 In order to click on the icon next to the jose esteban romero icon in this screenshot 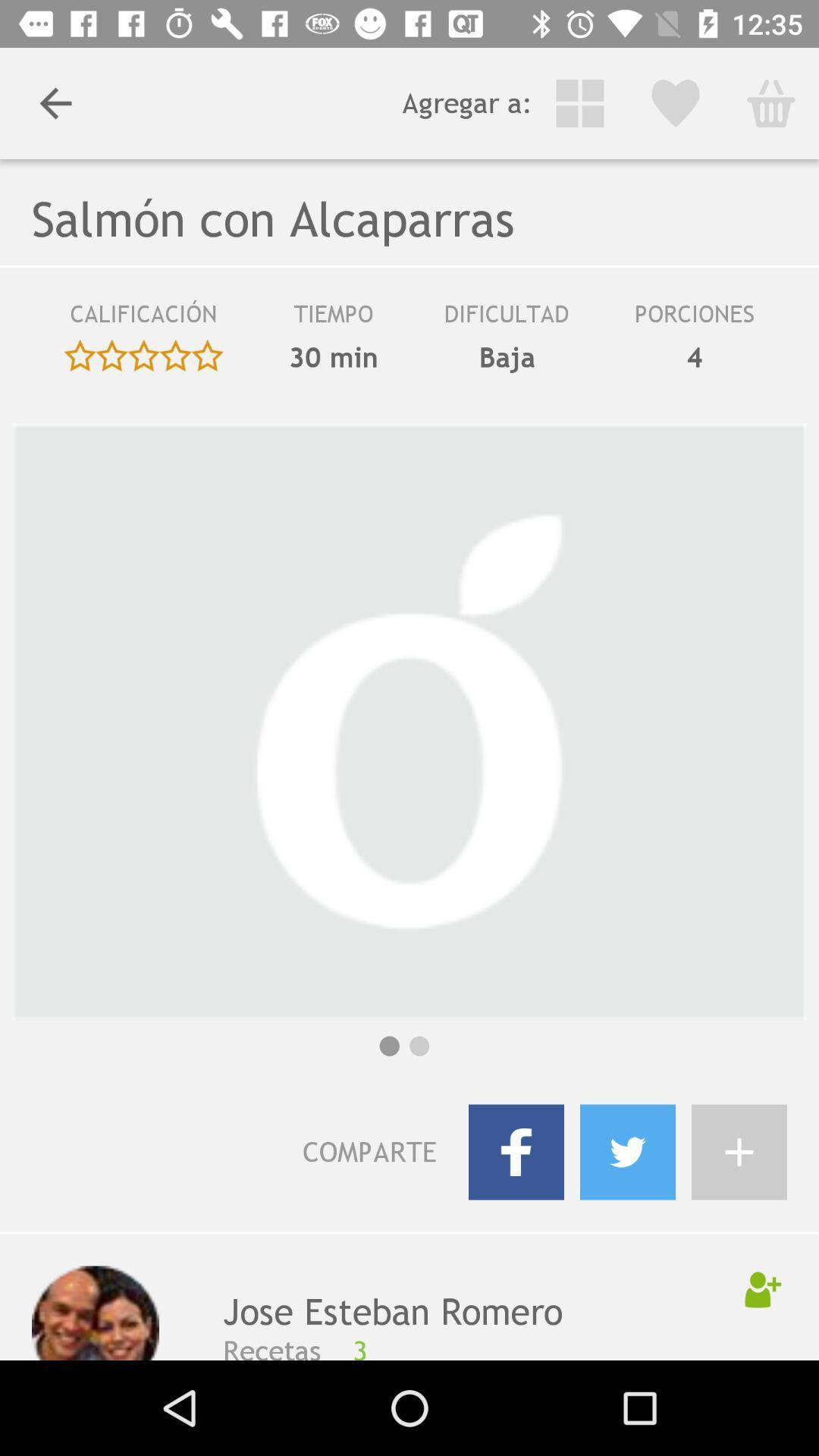, I will do `click(96, 1312)`.